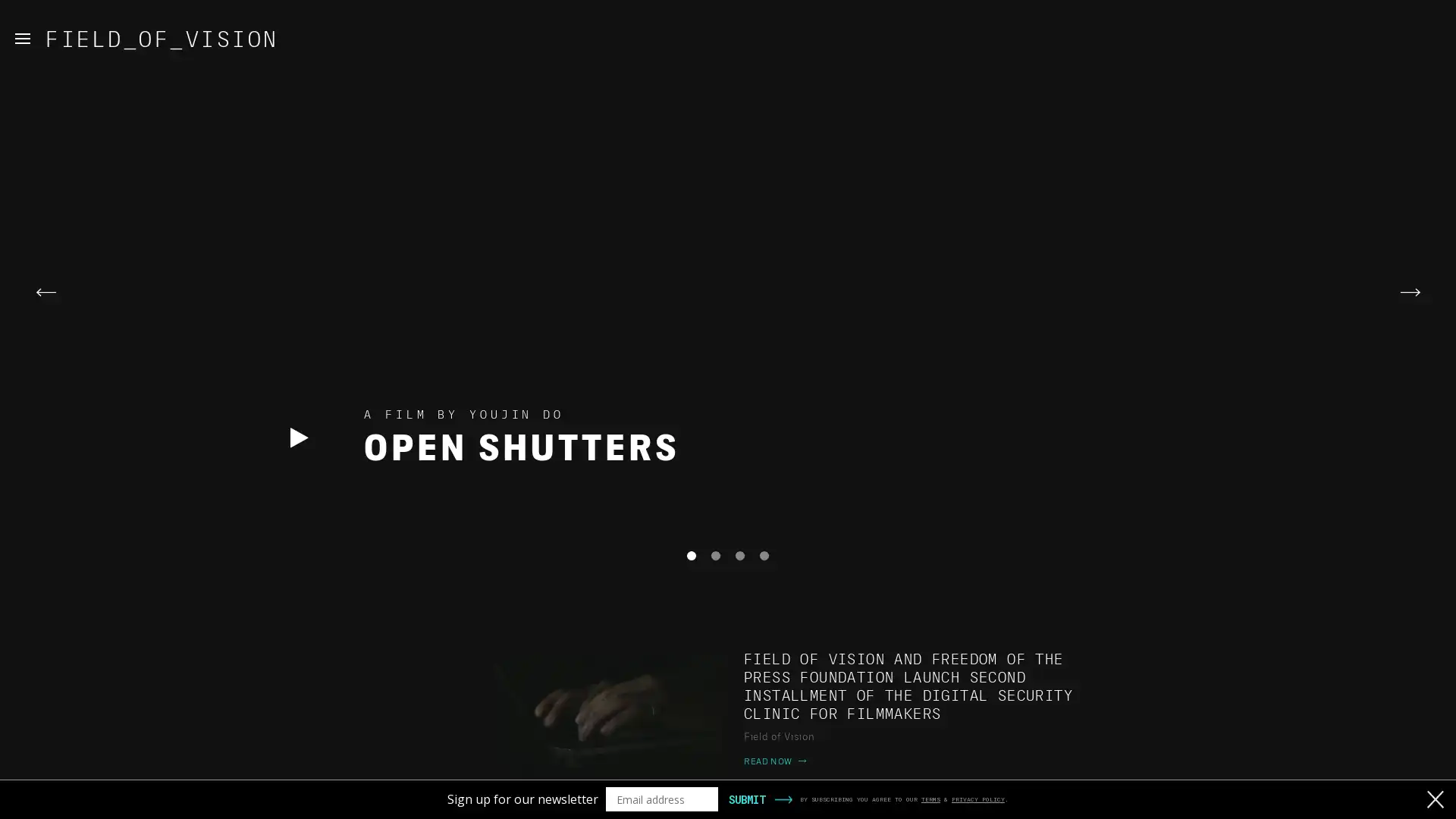  I want to click on SUBMIT, so click(746, 798).